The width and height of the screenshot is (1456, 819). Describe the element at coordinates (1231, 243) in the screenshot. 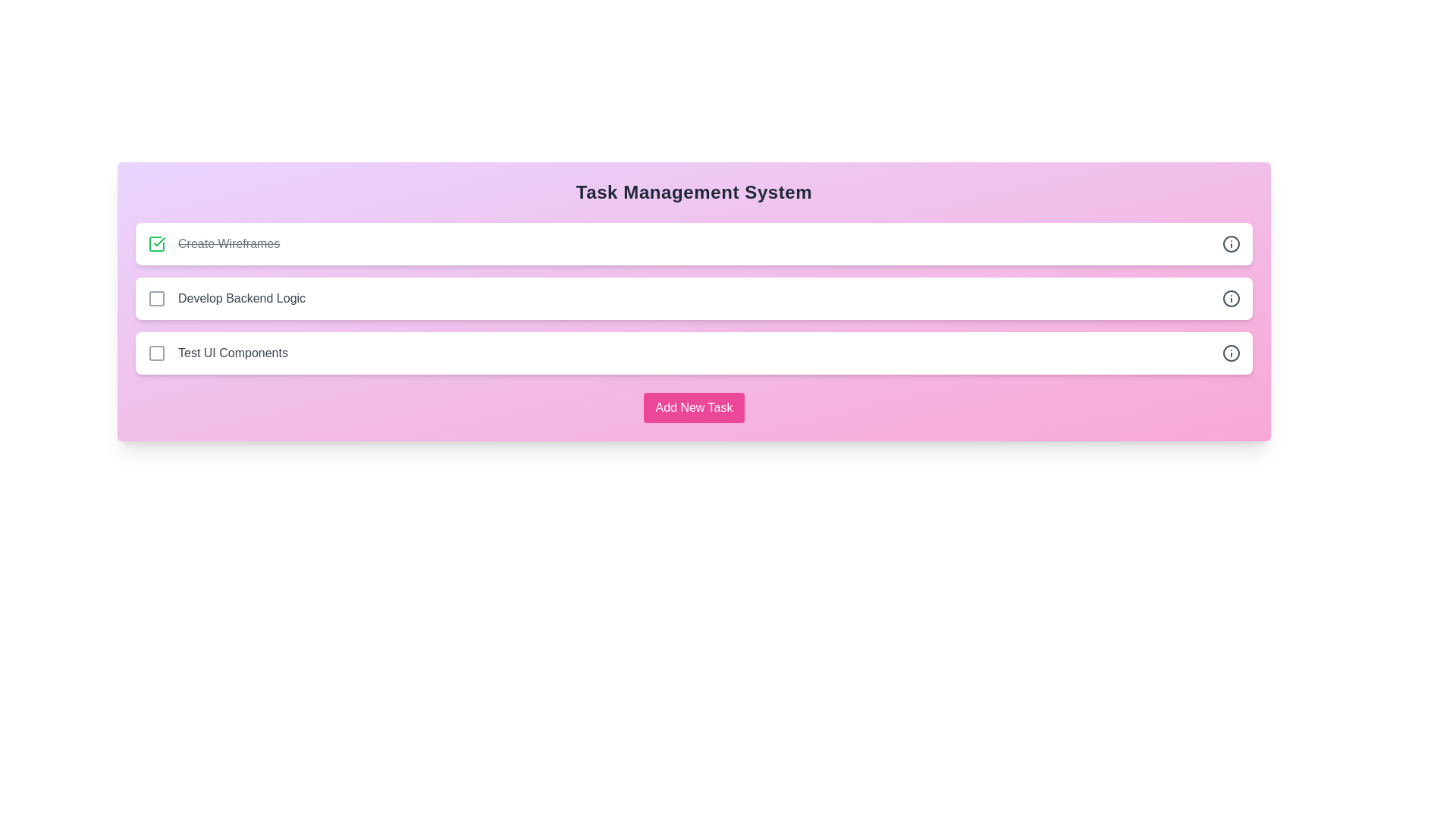

I see `the info icon next to the task 'Create Wireframes' to view its details` at that location.